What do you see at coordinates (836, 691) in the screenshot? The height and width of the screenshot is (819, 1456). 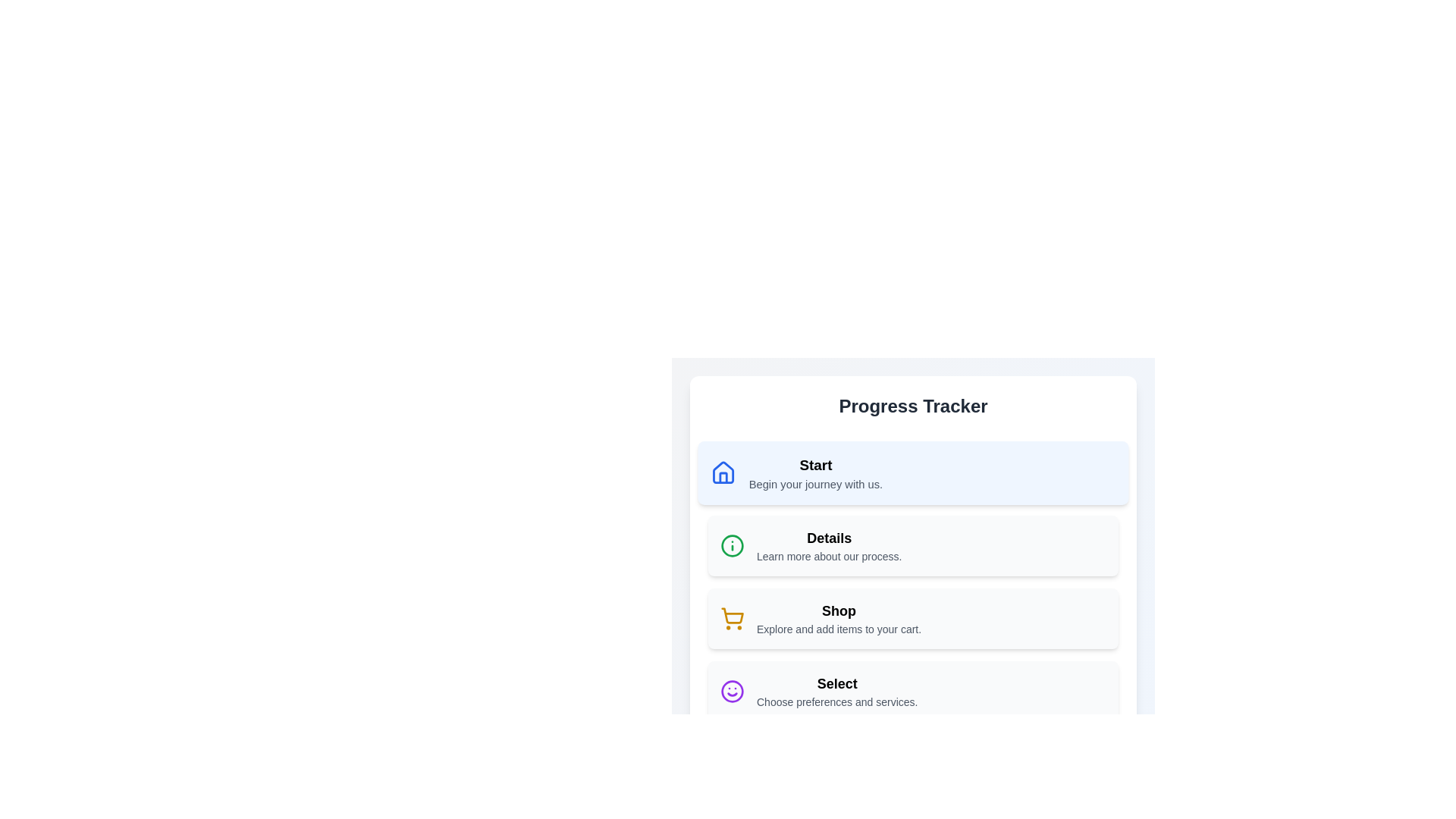 I see `the 'Select' menu option at the bottom of the list, which is visually grouped with a smiley face icon and contains the text 'Choose preferences and services.'` at bounding box center [836, 691].